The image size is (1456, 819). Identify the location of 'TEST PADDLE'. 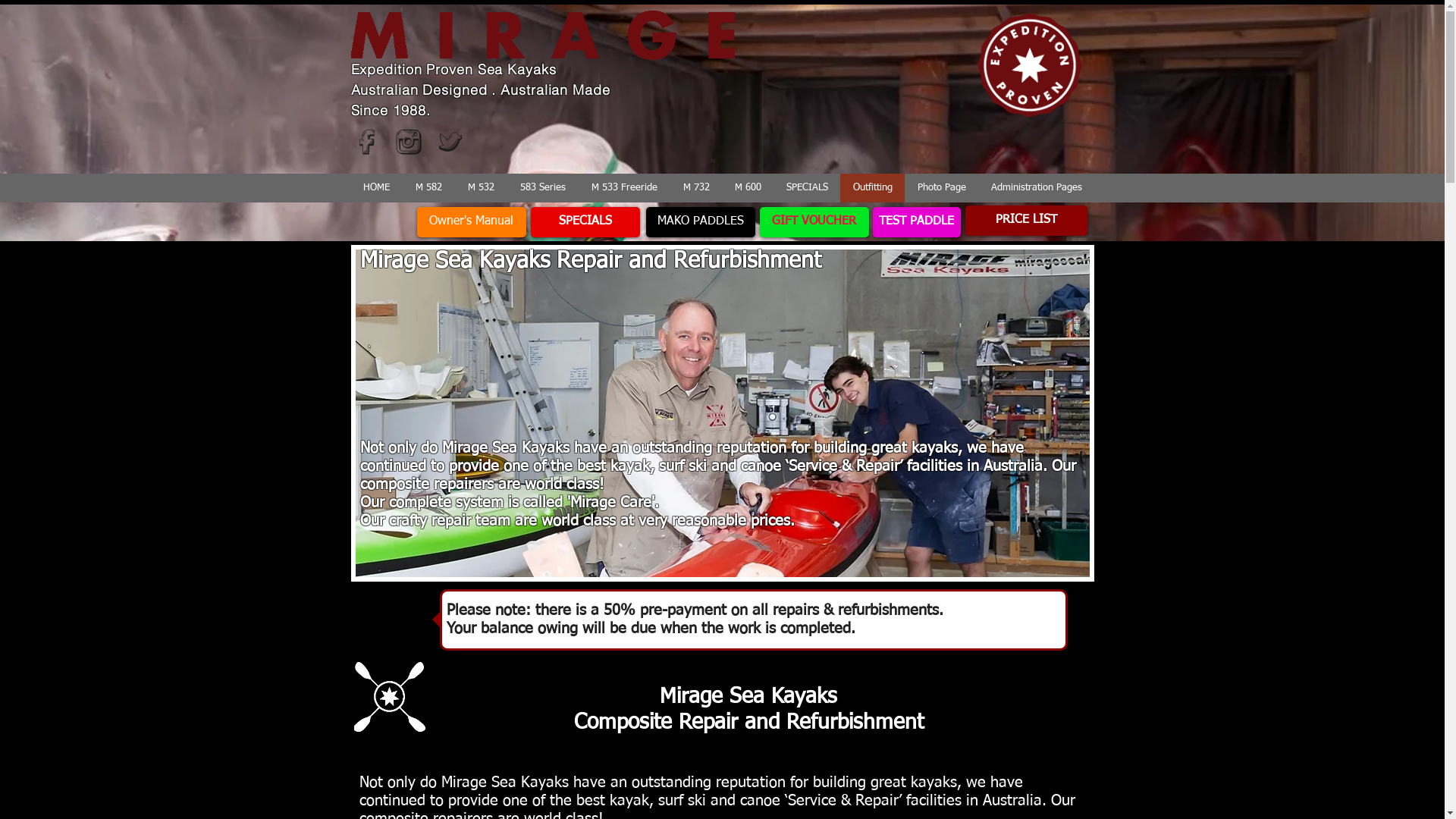
(915, 222).